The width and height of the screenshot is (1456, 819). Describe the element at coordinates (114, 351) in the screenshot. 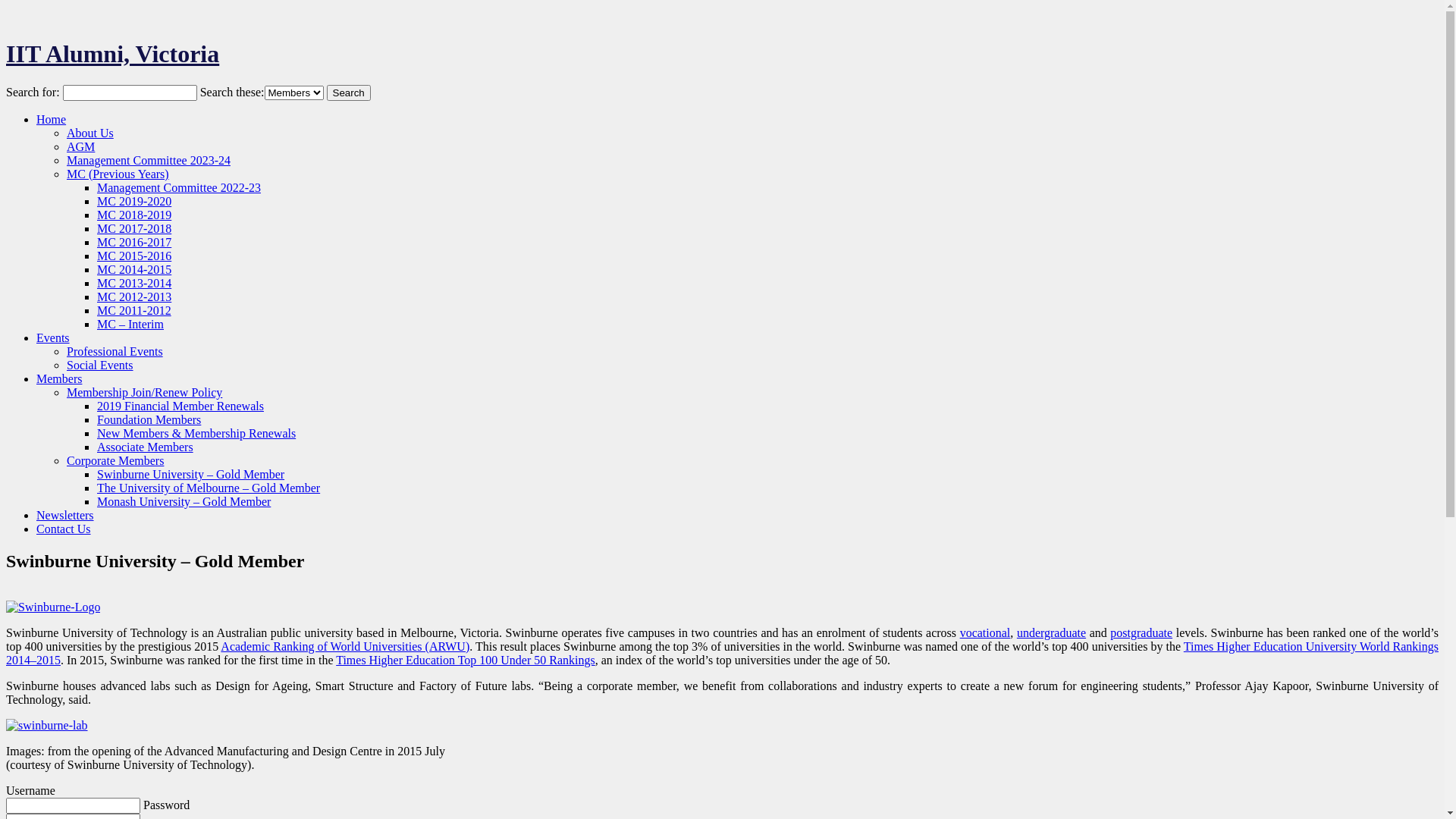

I see `'Professional Events'` at that location.